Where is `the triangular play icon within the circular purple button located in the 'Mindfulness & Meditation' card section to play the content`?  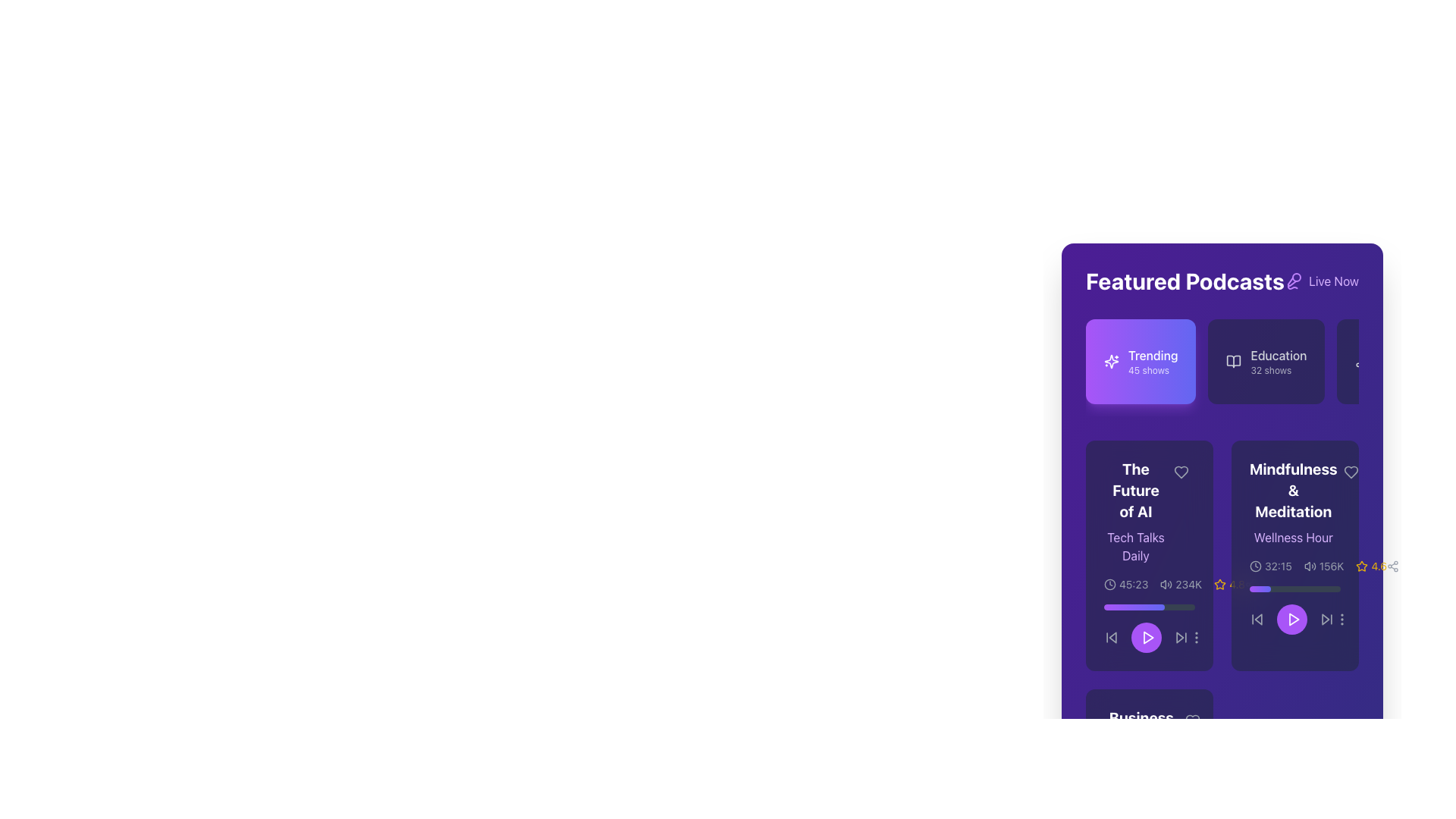
the triangular play icon within the circular purple button located in the 'Mindfulness & Meditation' card section to play the content is located at coordinates (1292, 620).